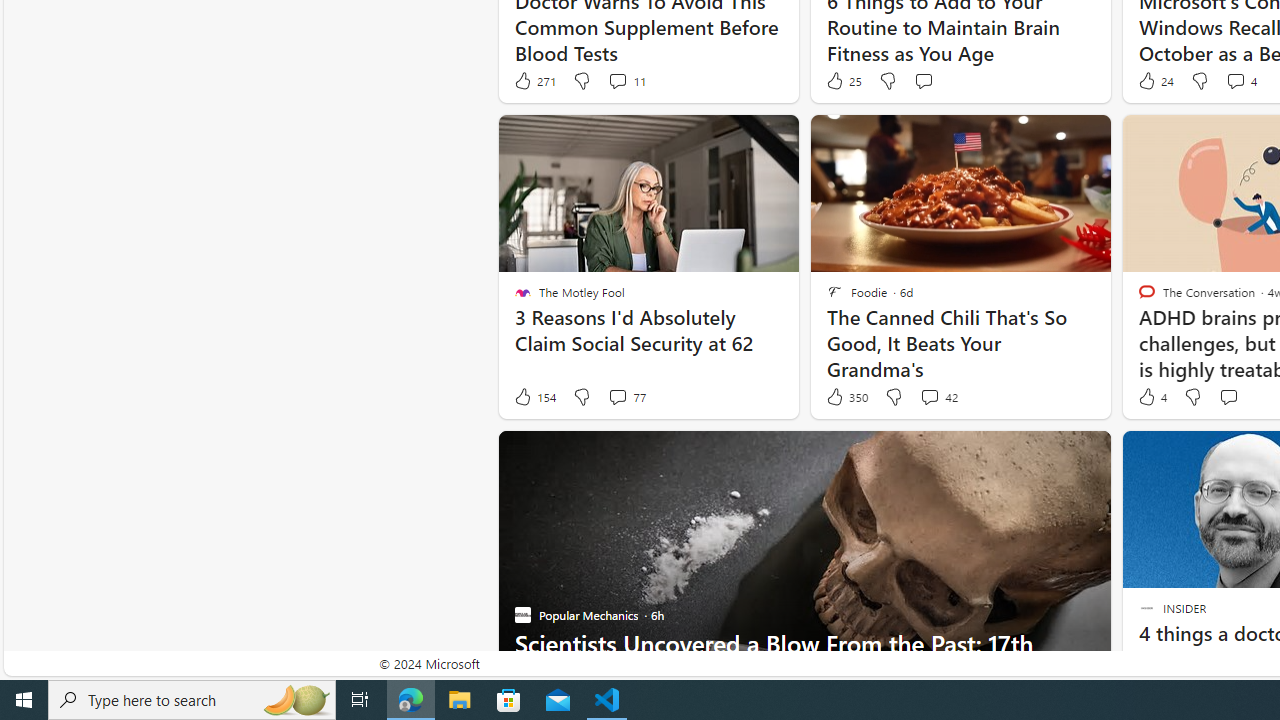 The width and height of the screenshot is (1280, 720). I want to click on 'View comments 77 Comment', so click(616, 397).